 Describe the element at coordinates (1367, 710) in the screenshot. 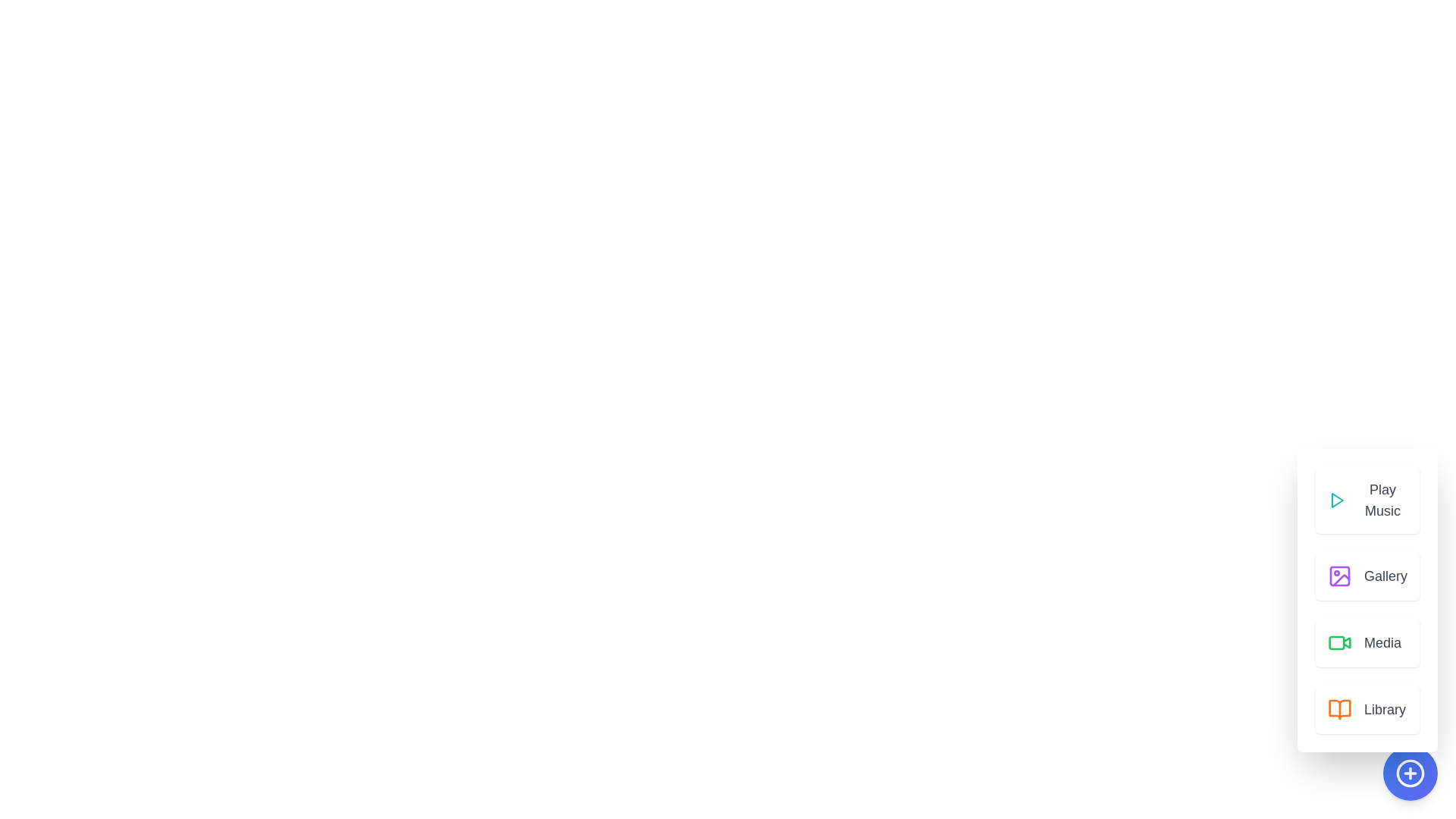

I see `the Library button to access the respective media content` at that location.